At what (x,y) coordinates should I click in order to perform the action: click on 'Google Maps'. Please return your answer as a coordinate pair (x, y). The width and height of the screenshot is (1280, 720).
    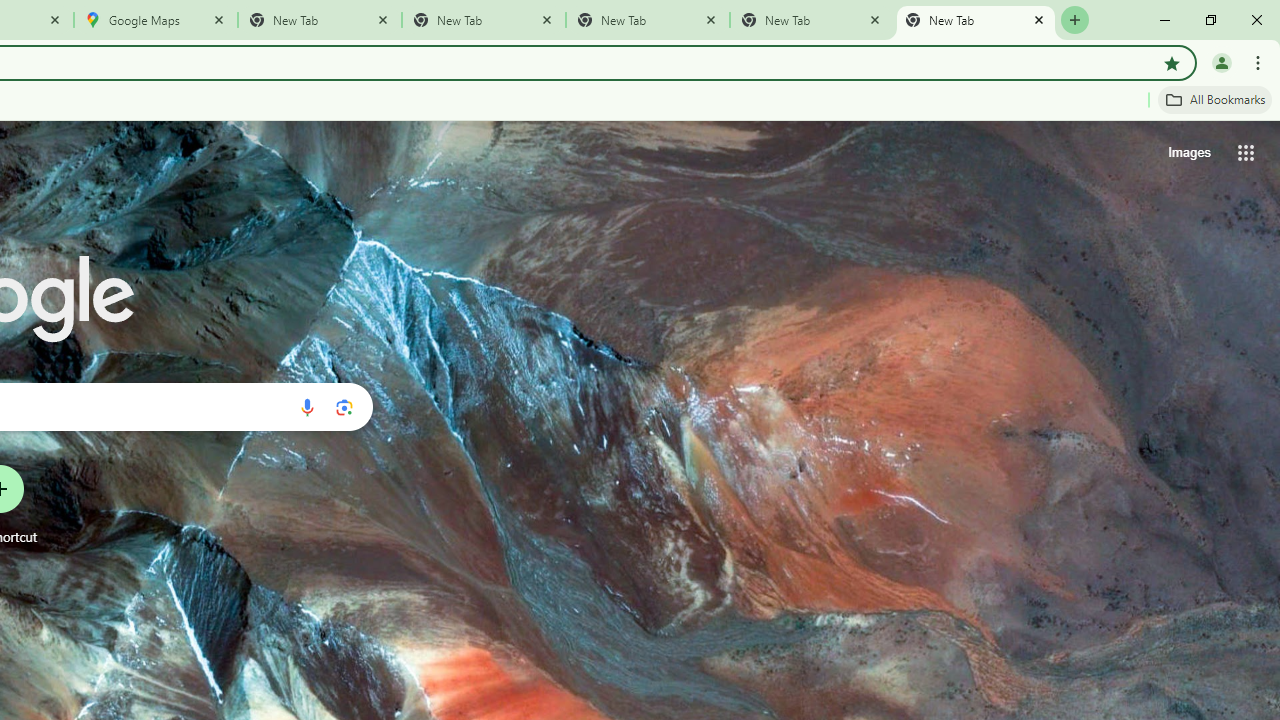
    Looking at the image, I should click on (155, 20).